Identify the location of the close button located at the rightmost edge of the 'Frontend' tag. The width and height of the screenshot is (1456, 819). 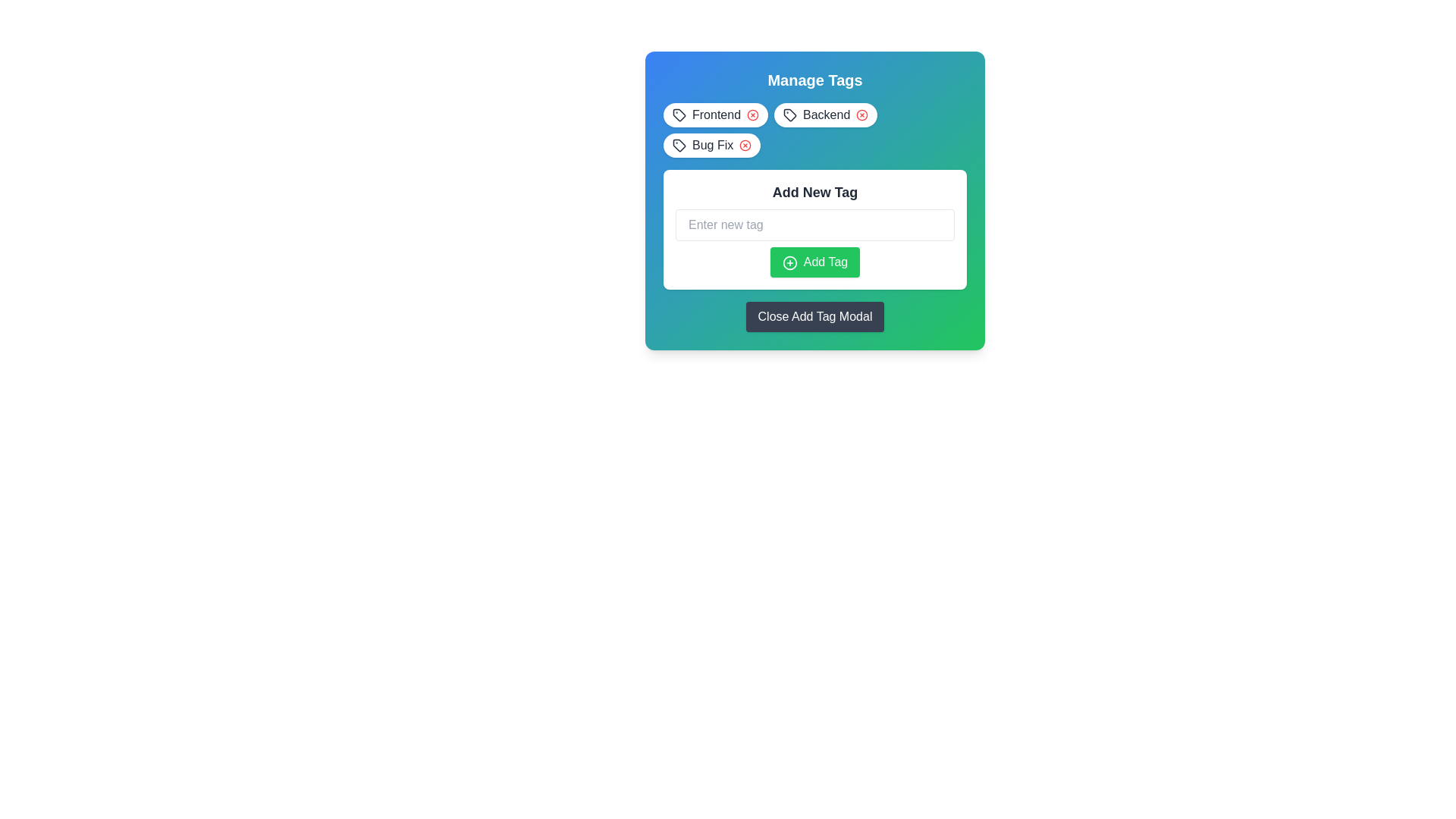
(753, 114).